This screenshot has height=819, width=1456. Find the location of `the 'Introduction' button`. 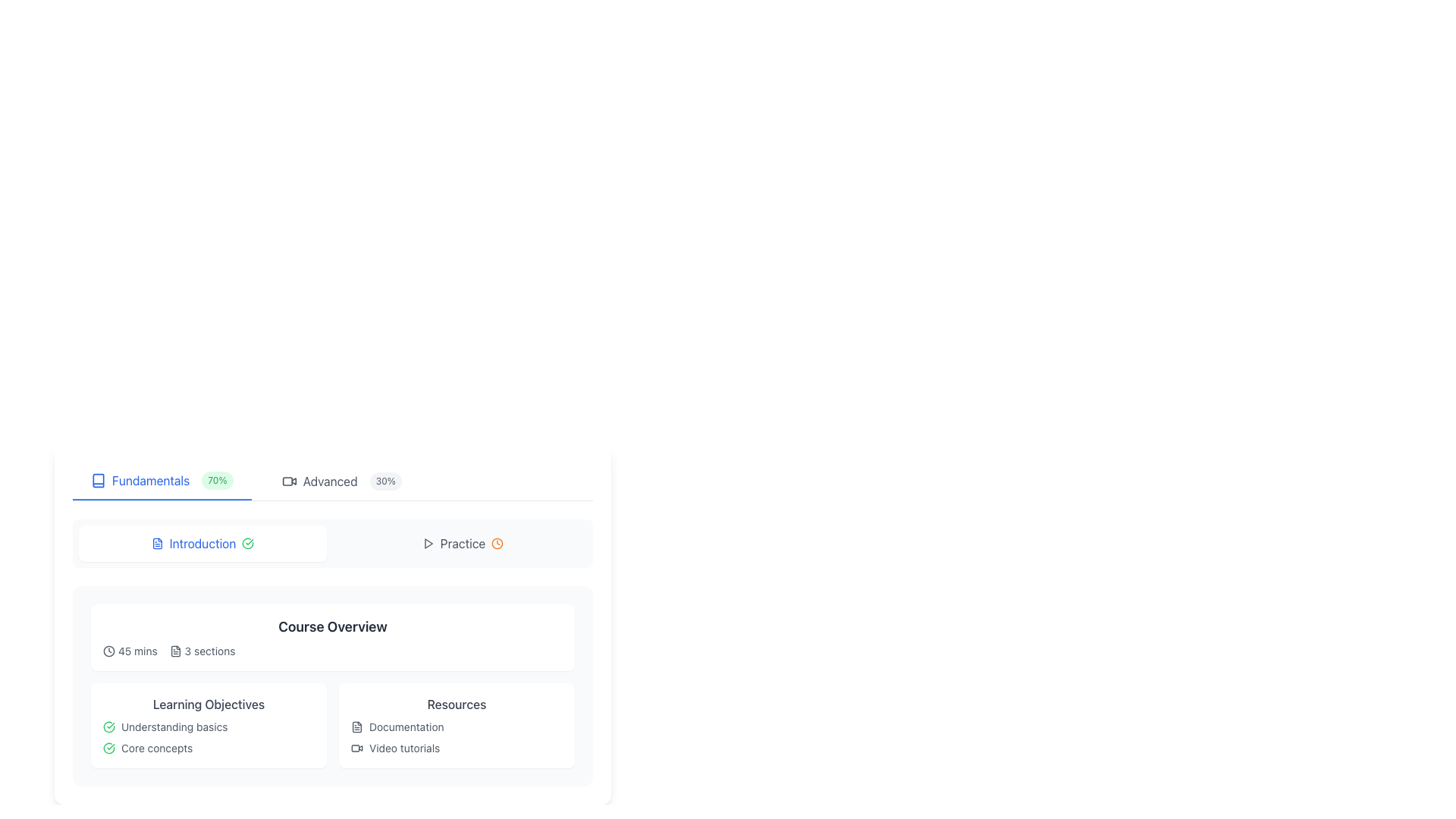

the 'Introduction' button is located at coordinates (331, 543).